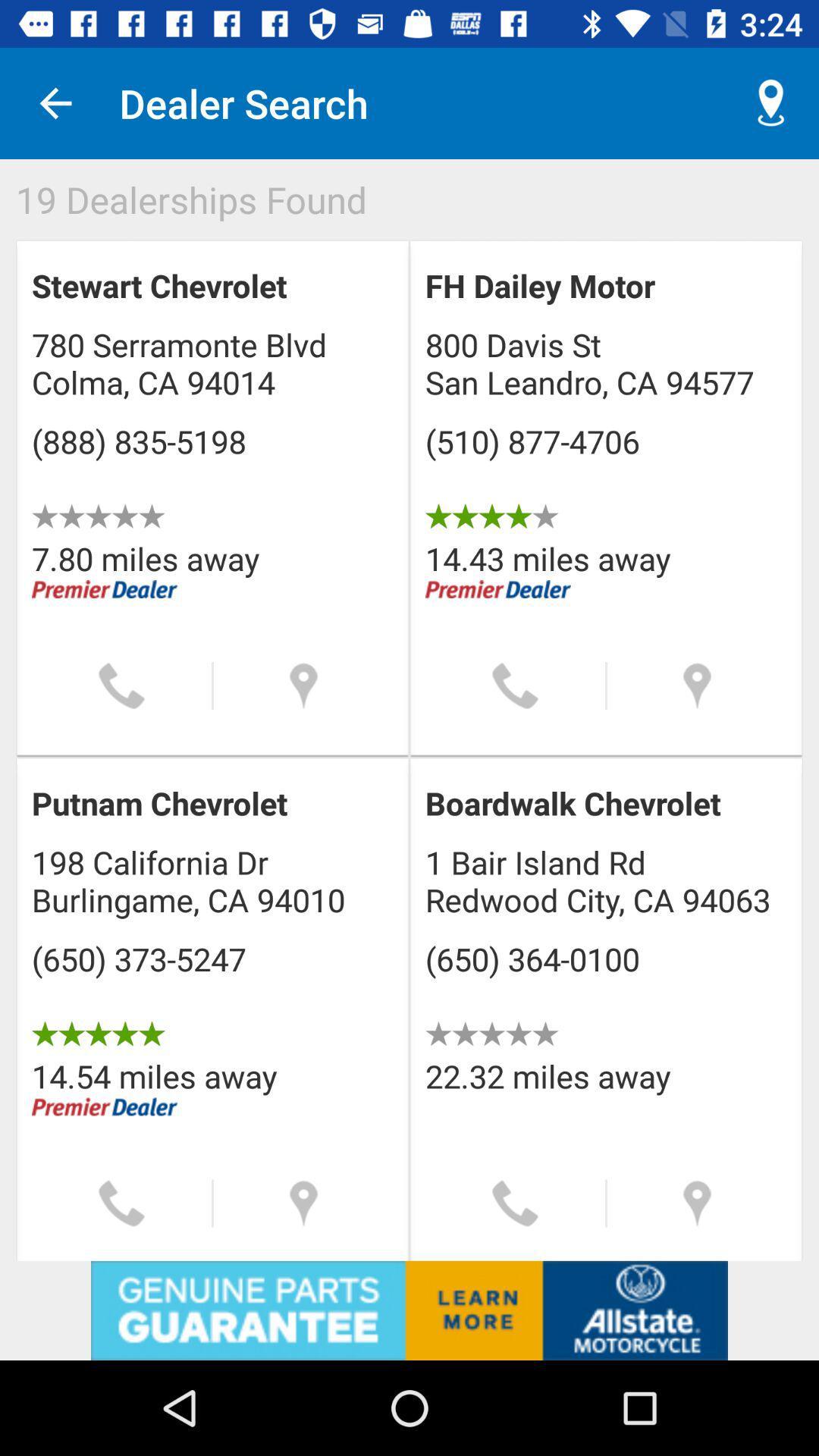 The image size is (819, 1456). I want to click on call, so click(121, 1203).